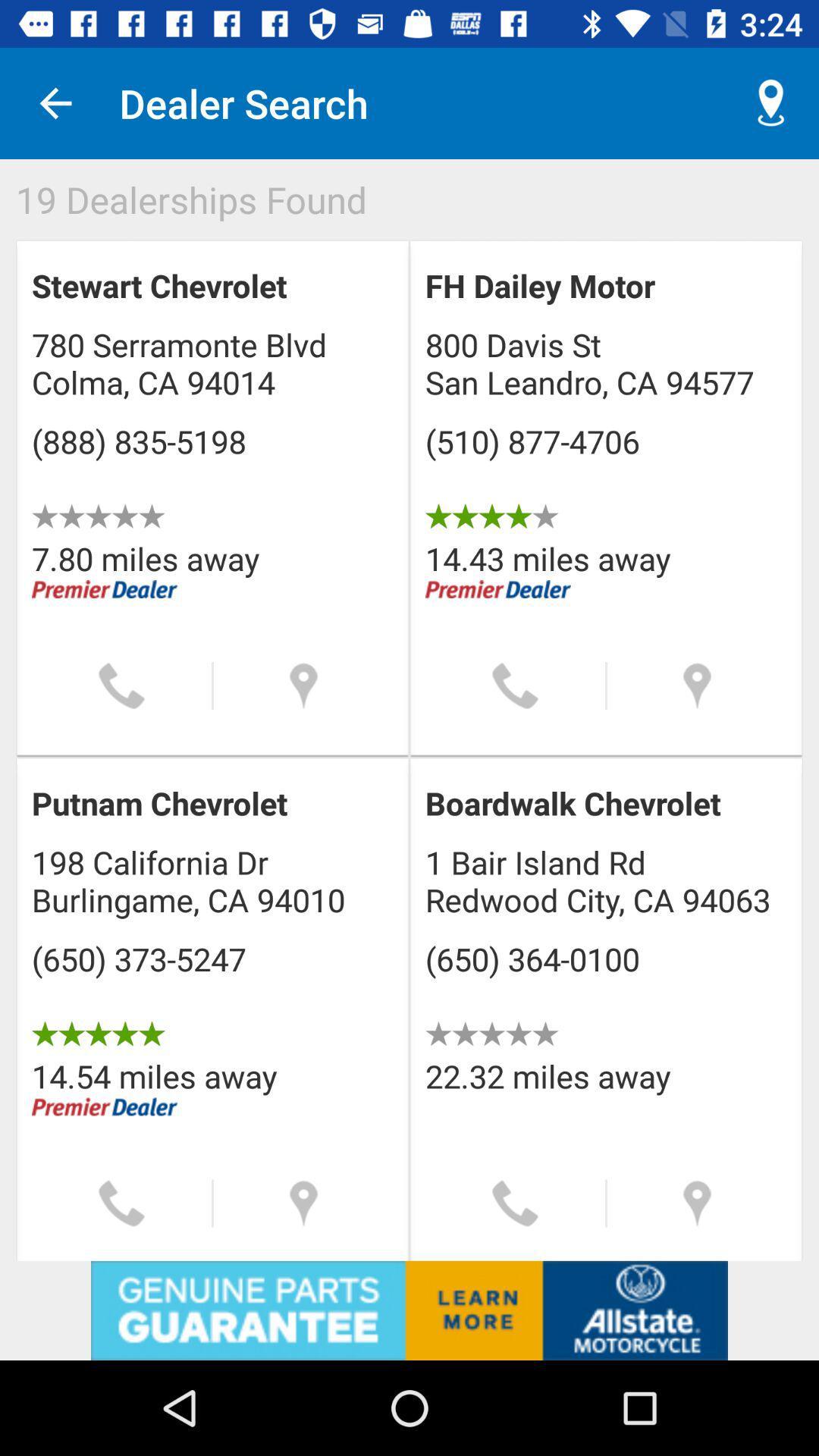 The image size is (819, 1456). I want to click on call, so click(121, 1203).